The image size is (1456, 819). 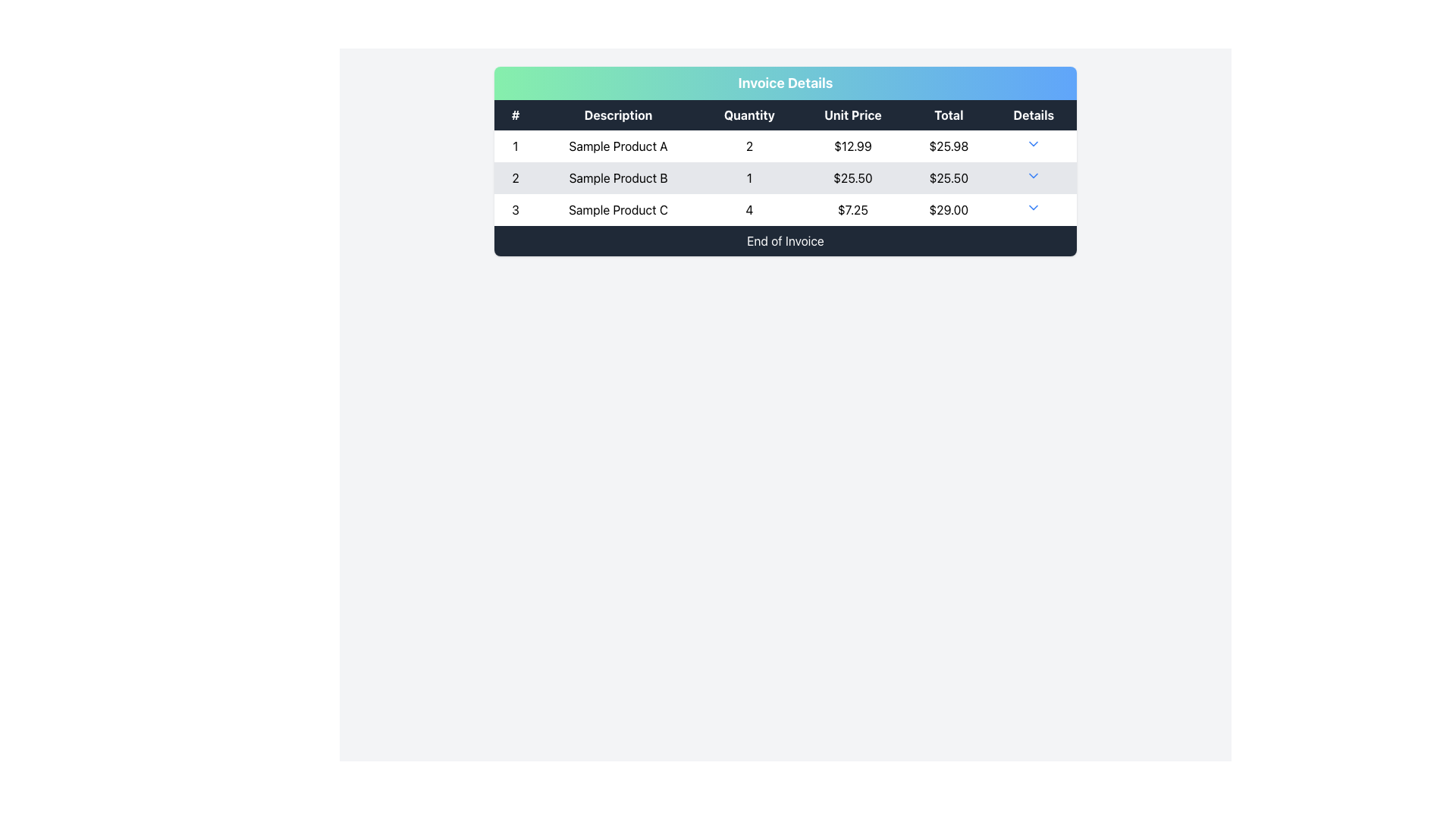 I want to click on the 'Total' text label element, which is part of the header row in a table and is located between the 'Unit Price' and 'Details' headers, so click(x=948, y=114).